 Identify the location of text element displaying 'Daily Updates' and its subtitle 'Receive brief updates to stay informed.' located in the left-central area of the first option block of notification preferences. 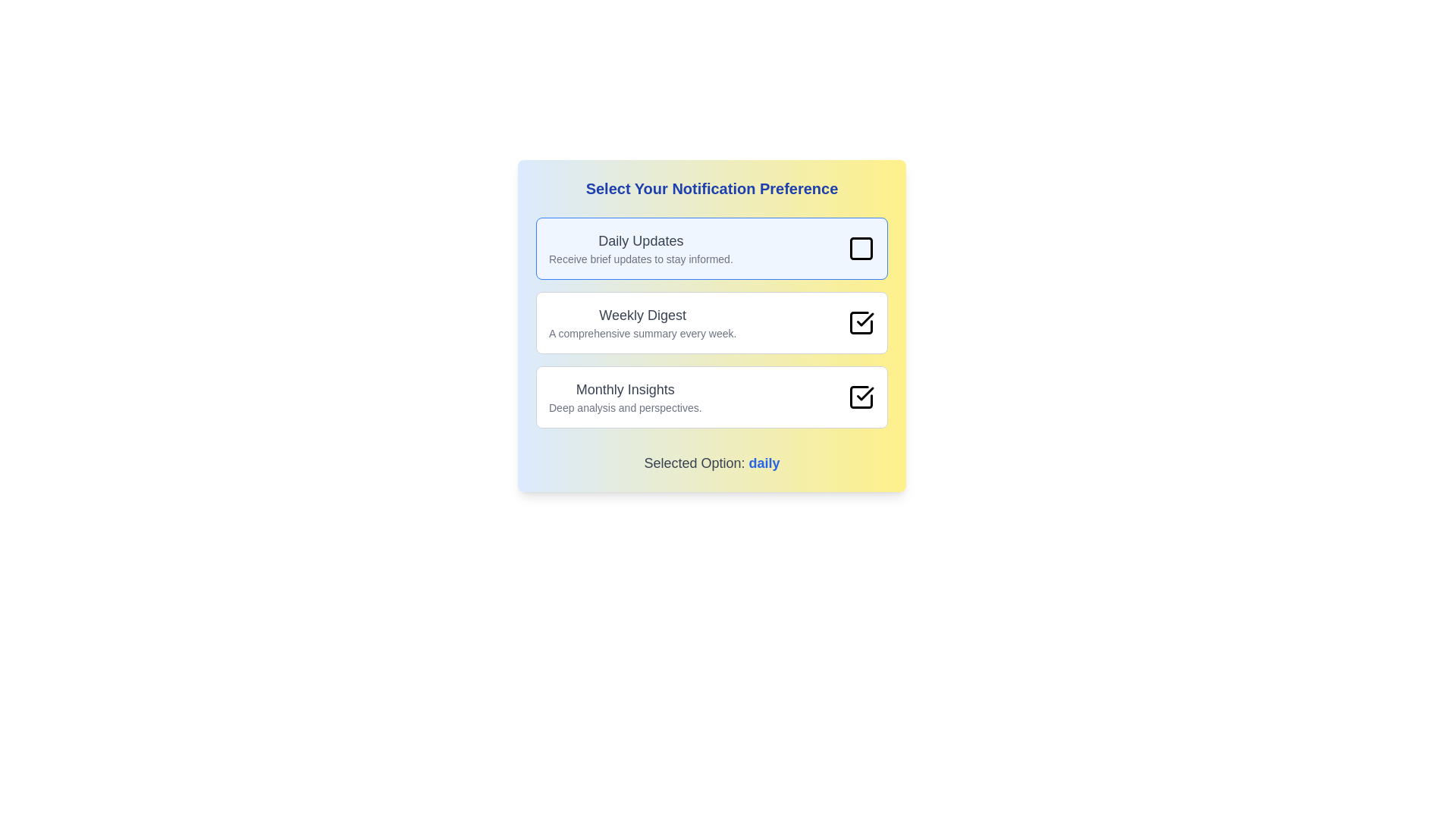
(641, 247).